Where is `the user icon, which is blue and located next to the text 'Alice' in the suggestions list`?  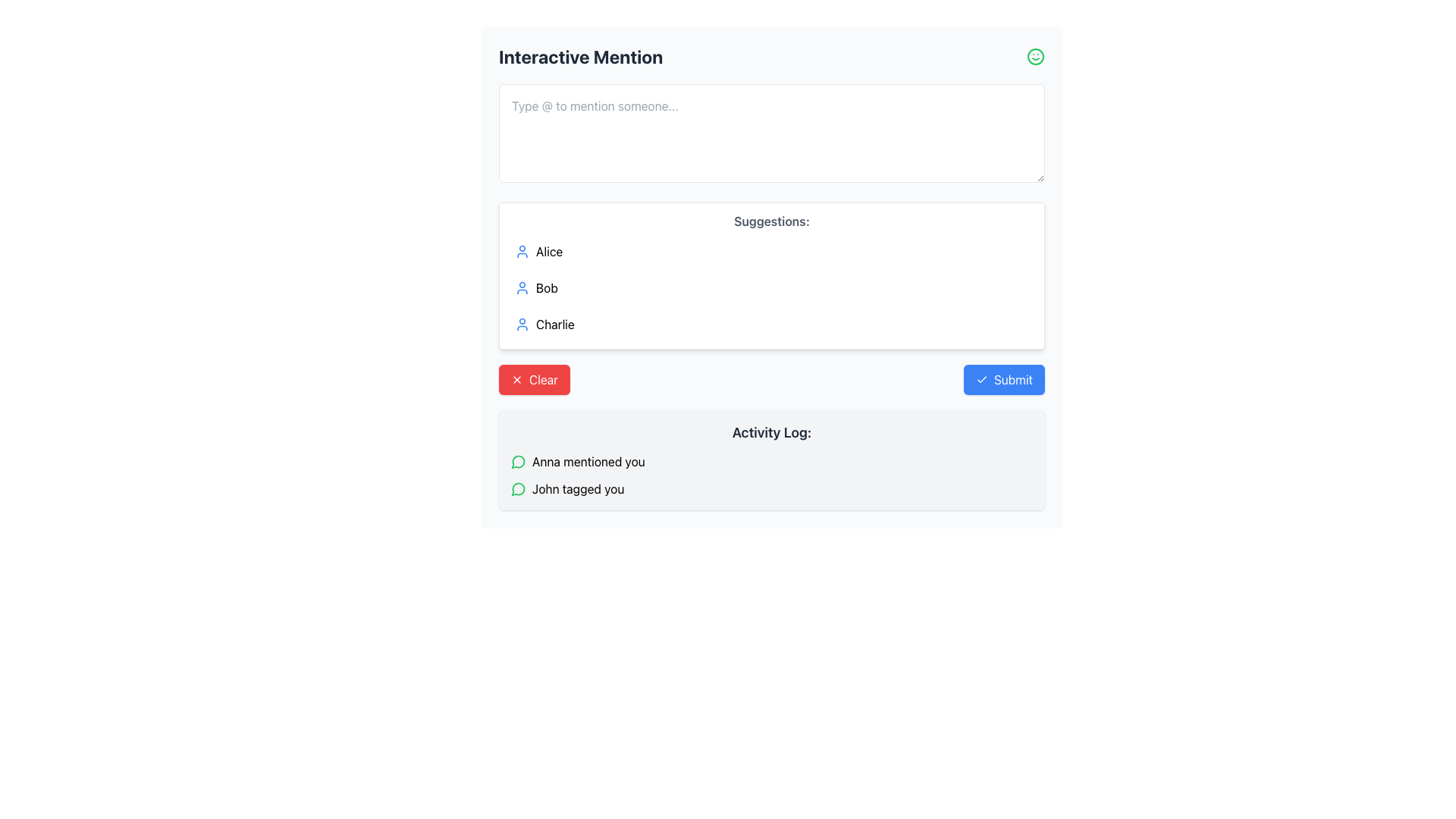
the user icon, which is blue and located next to the text 'Alice' in the suggestions list is located at coordinates (522, 250).